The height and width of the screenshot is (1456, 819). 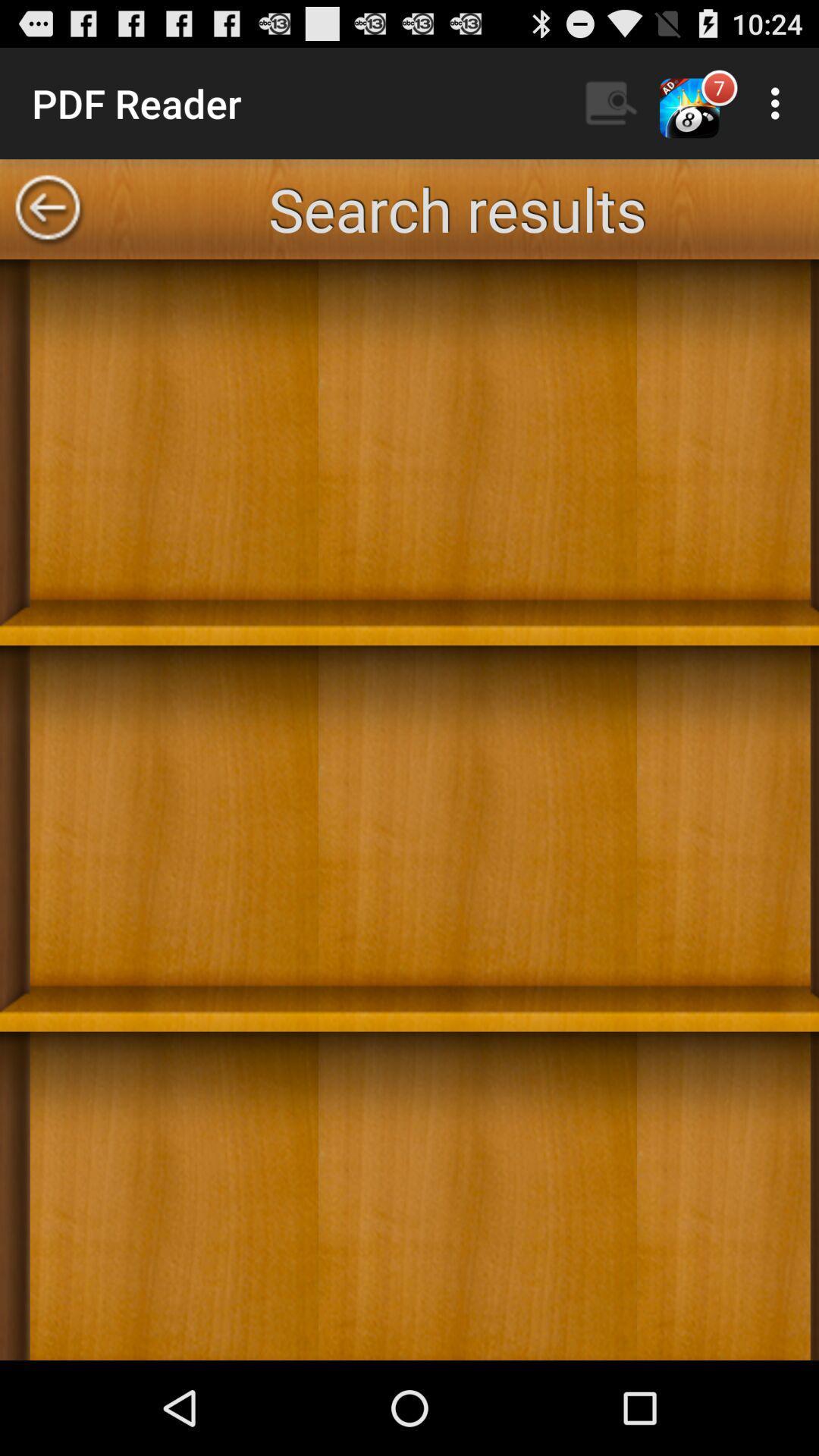 What do you see at coordinates (779, 102) in the screenshot?
I see `the item next to the 7 item` at bounding box center [779, 102].